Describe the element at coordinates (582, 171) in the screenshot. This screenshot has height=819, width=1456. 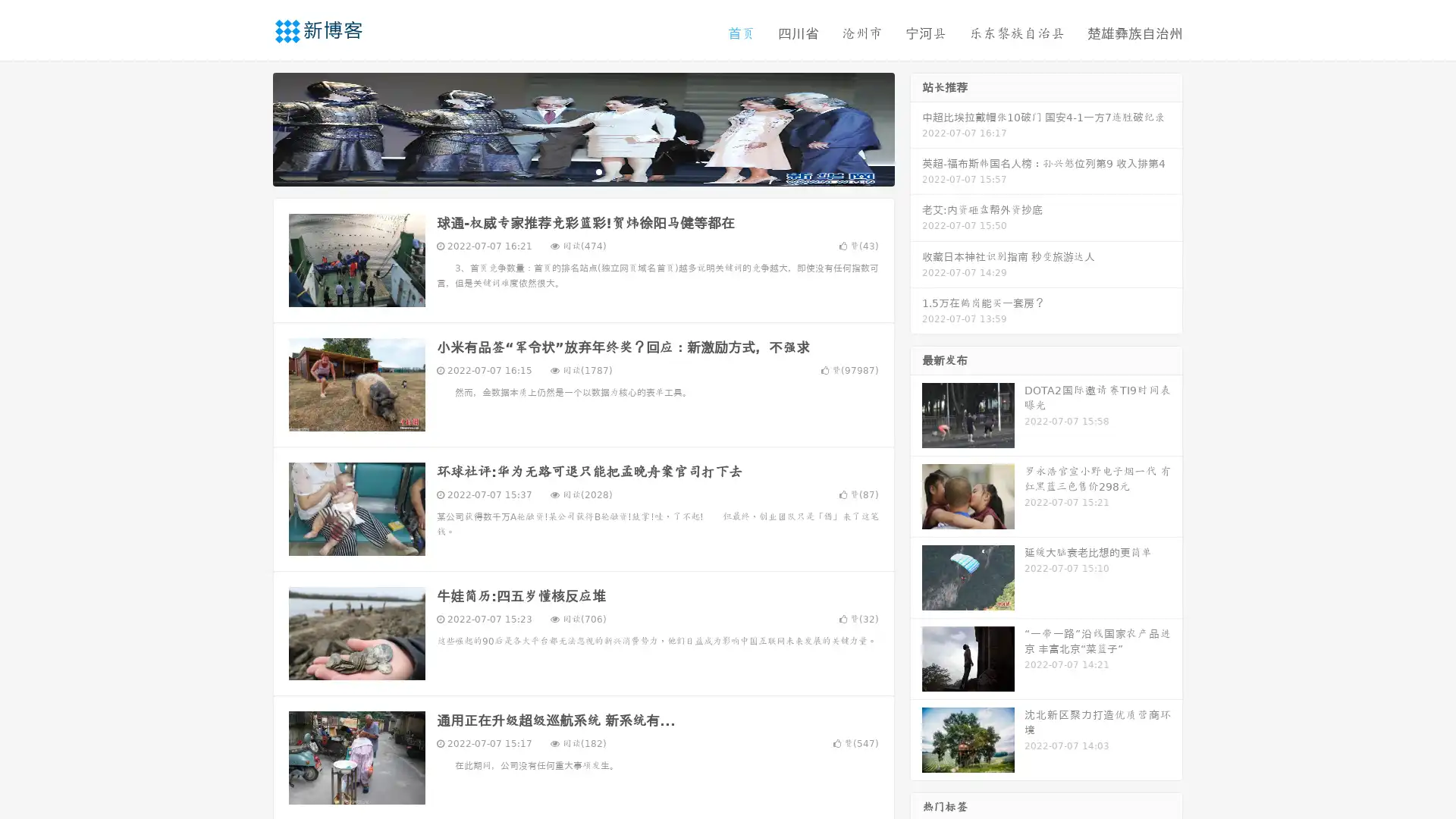
I see `Go to slide 2` at that location.